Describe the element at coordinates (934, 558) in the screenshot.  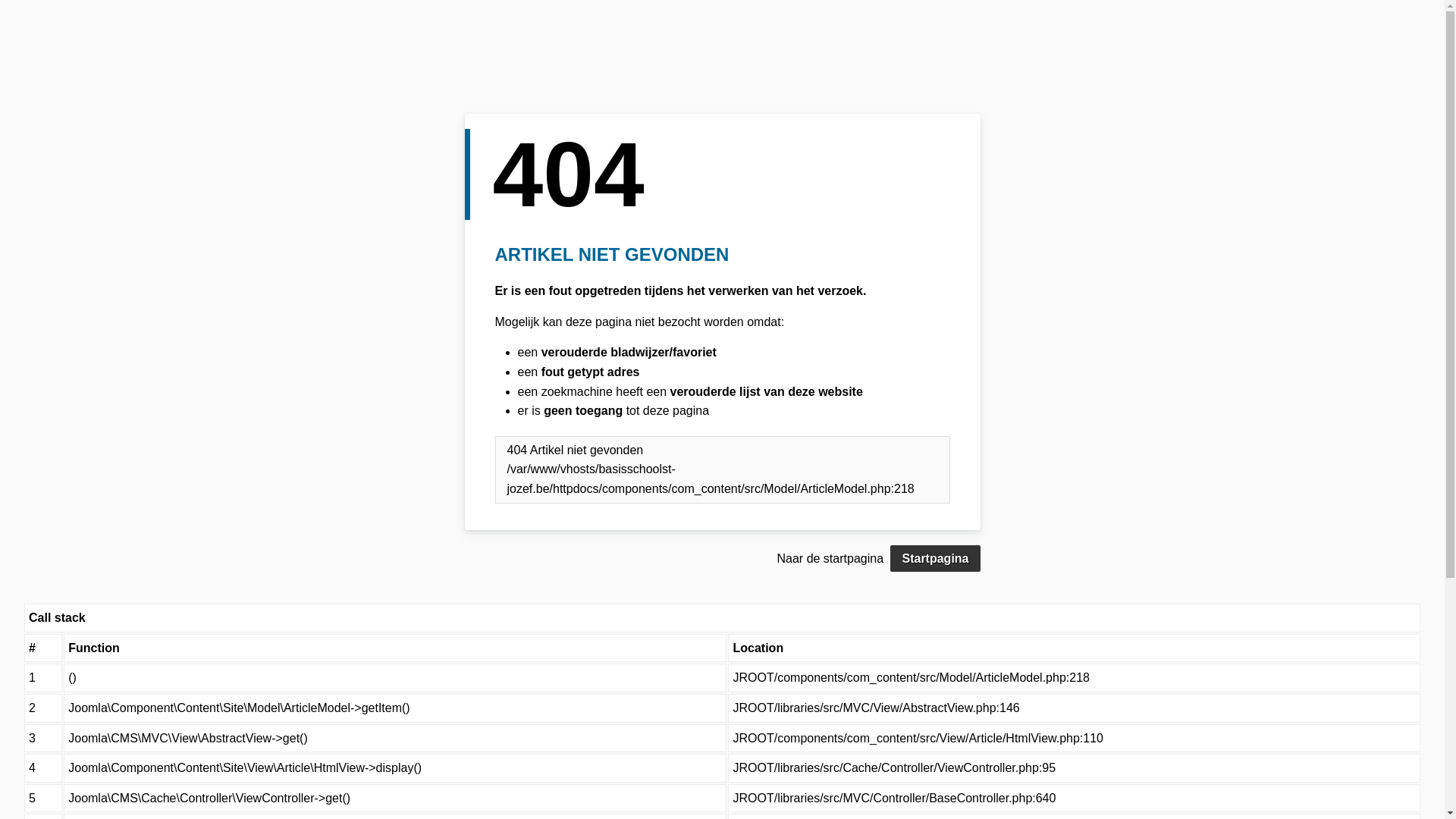
I see `'Startpagina'` at that location.